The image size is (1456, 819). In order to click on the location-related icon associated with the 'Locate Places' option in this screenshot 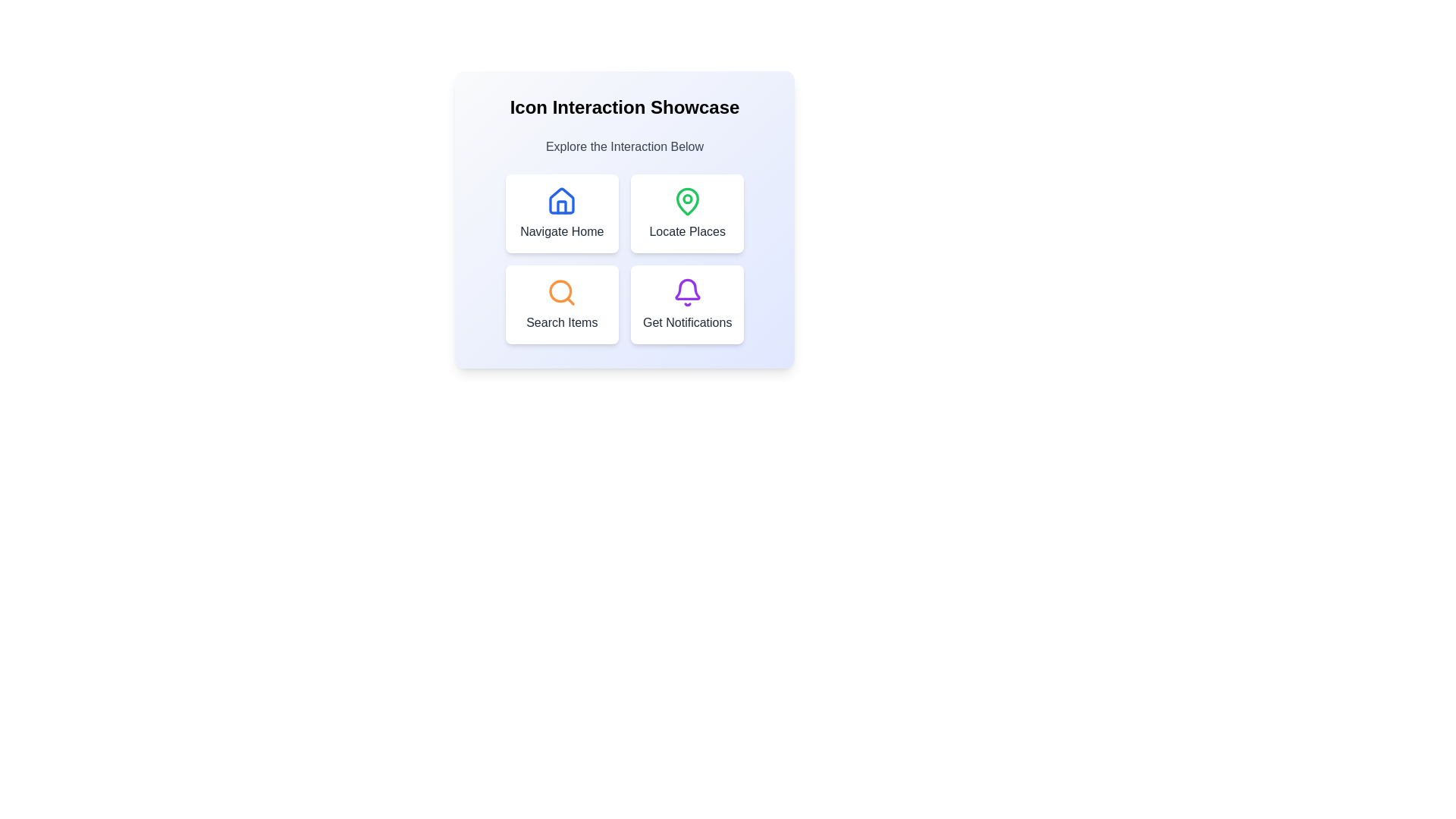, I will do `click(686, 201)`.